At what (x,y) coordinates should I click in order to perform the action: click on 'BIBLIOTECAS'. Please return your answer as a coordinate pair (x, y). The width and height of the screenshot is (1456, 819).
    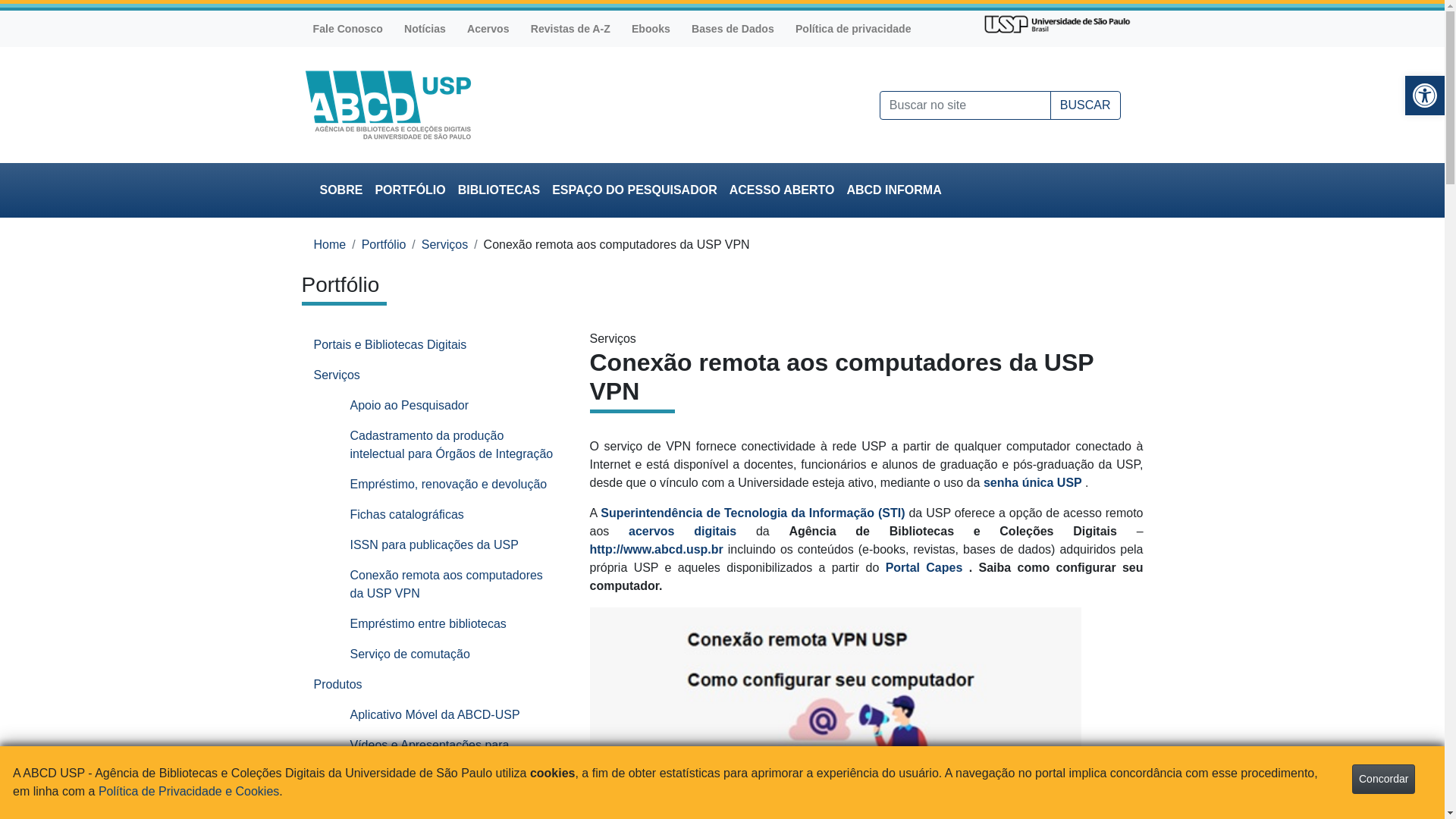
    Looking at the image, I should click on (498, 189).